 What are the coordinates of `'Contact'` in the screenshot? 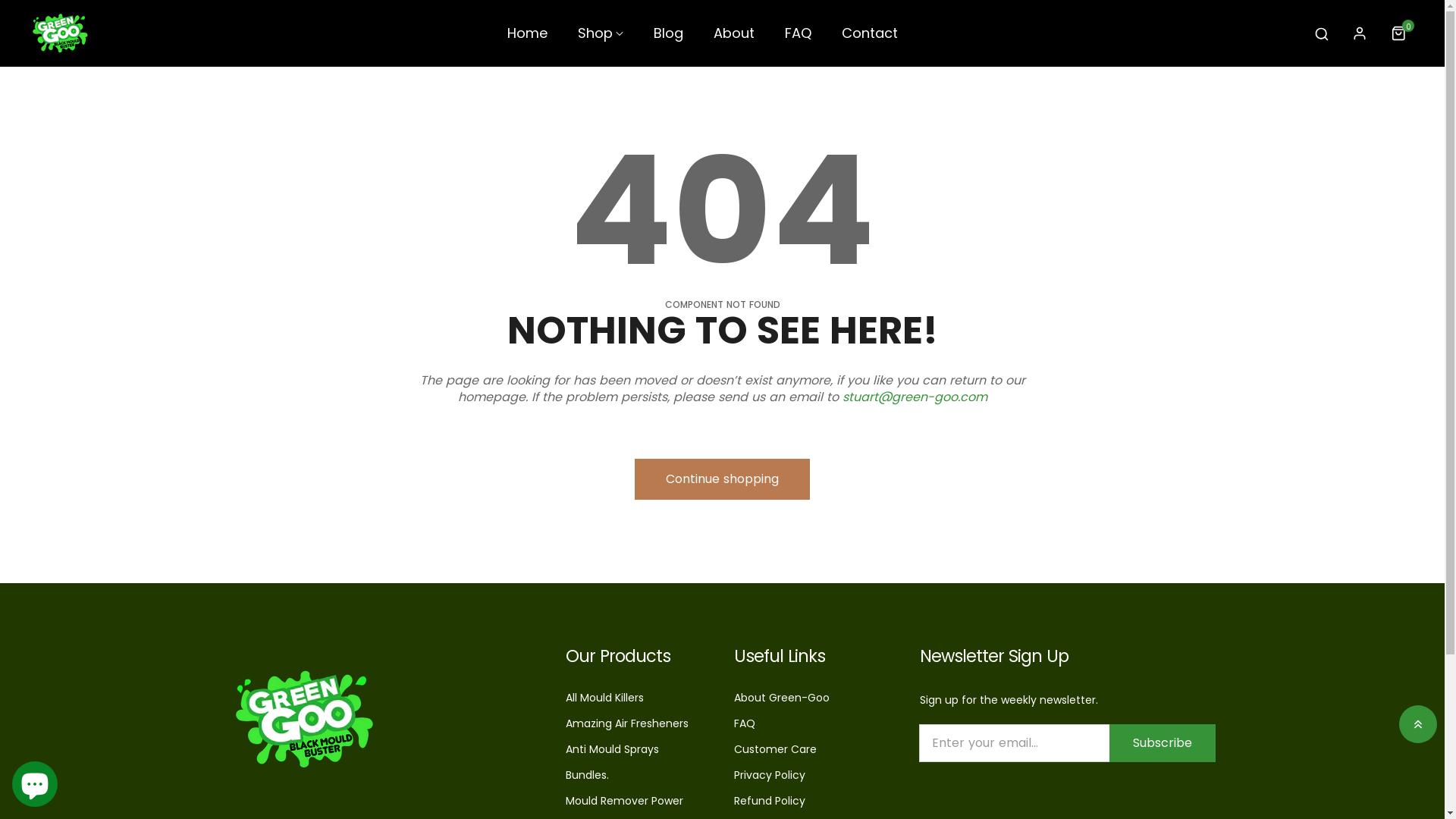 It's located at (870, 39).